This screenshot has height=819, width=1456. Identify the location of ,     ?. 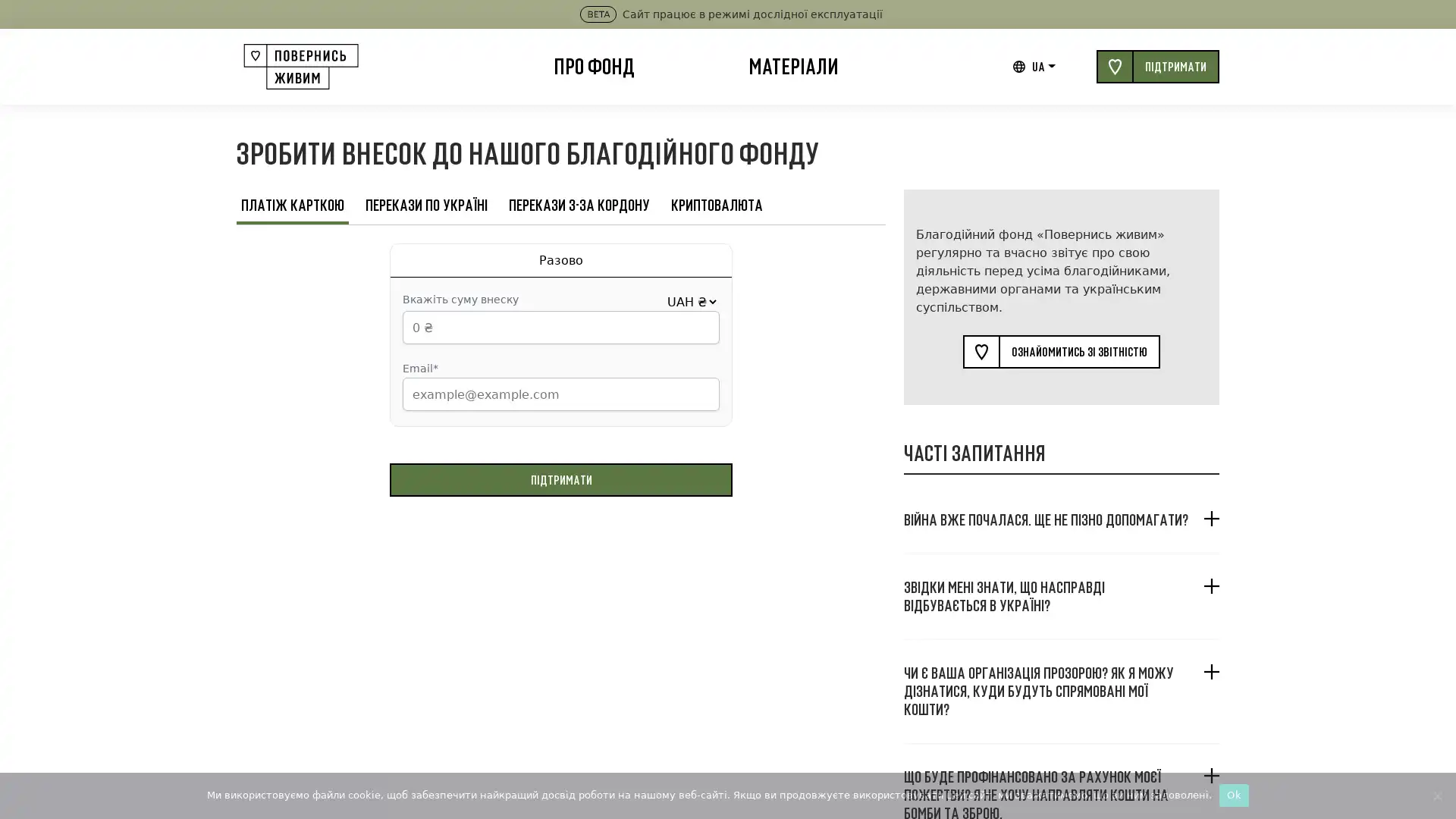
(1061, 595).